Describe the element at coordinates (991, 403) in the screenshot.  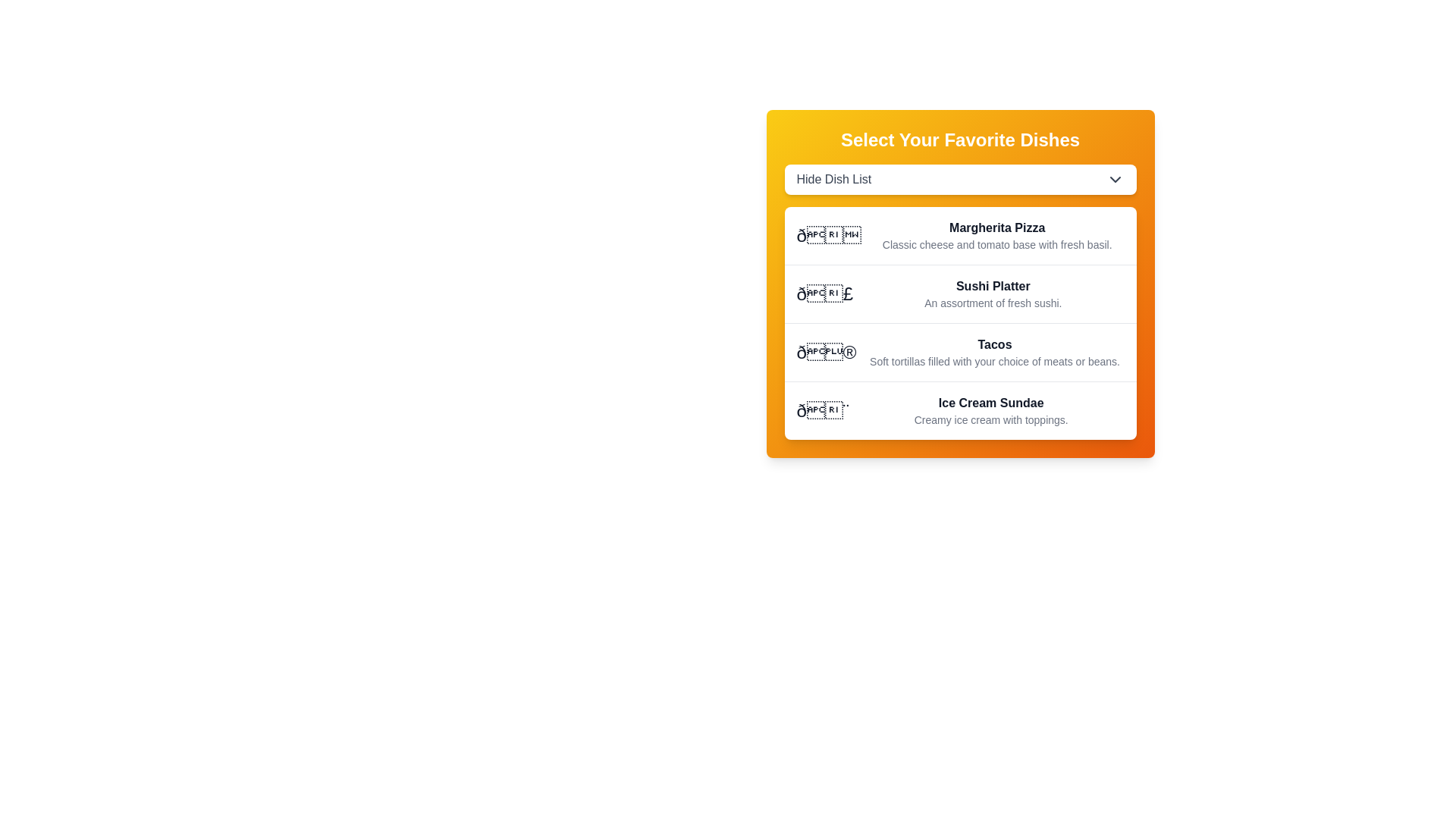
I see `the bold heading text 'Ice Cream Sundae', which is the primary descriptor of a menu item in a list, positioned above the secondary description` at that location.